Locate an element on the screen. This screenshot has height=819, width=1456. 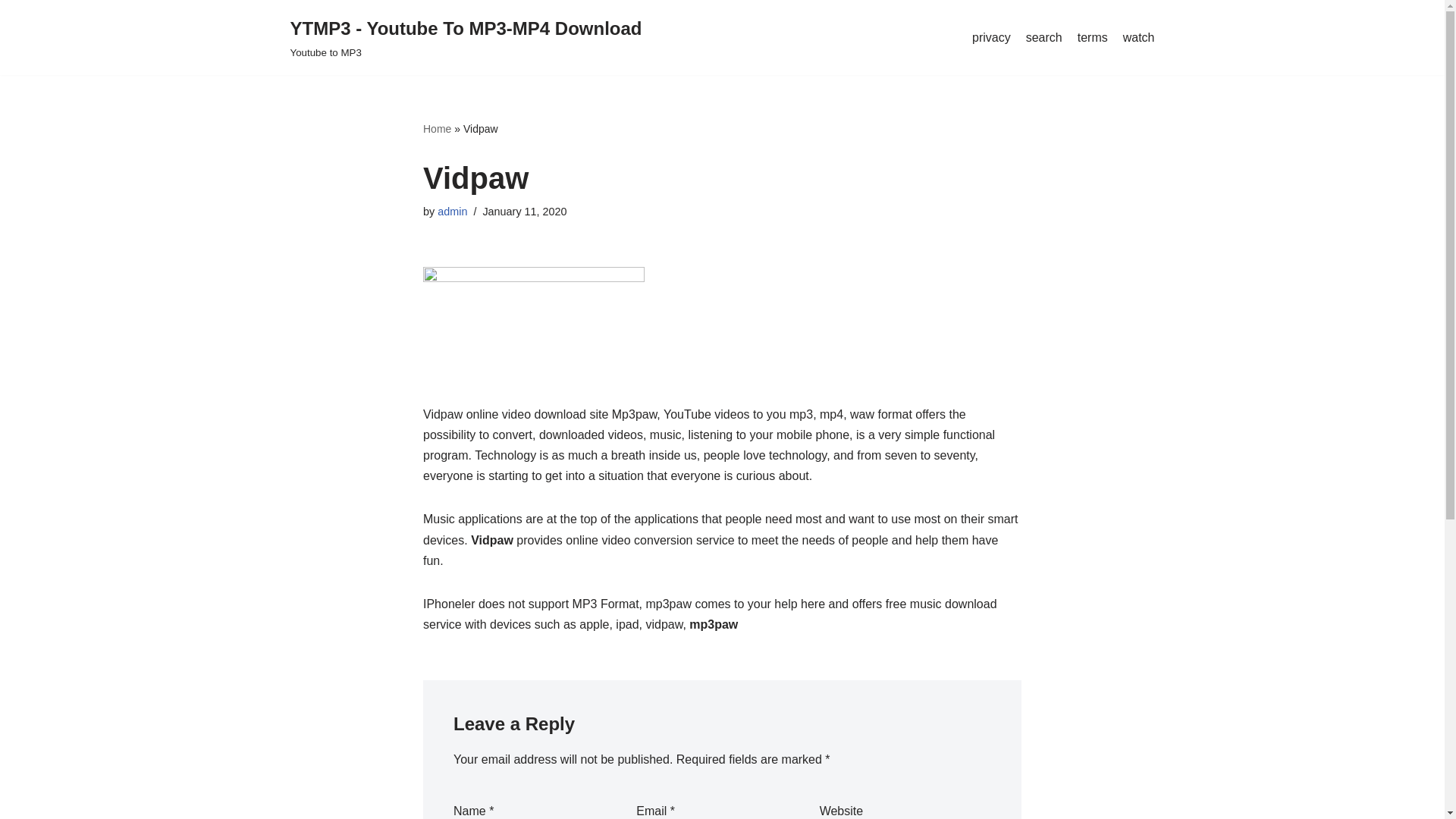
'admin' is located at coordinates (451, 211).